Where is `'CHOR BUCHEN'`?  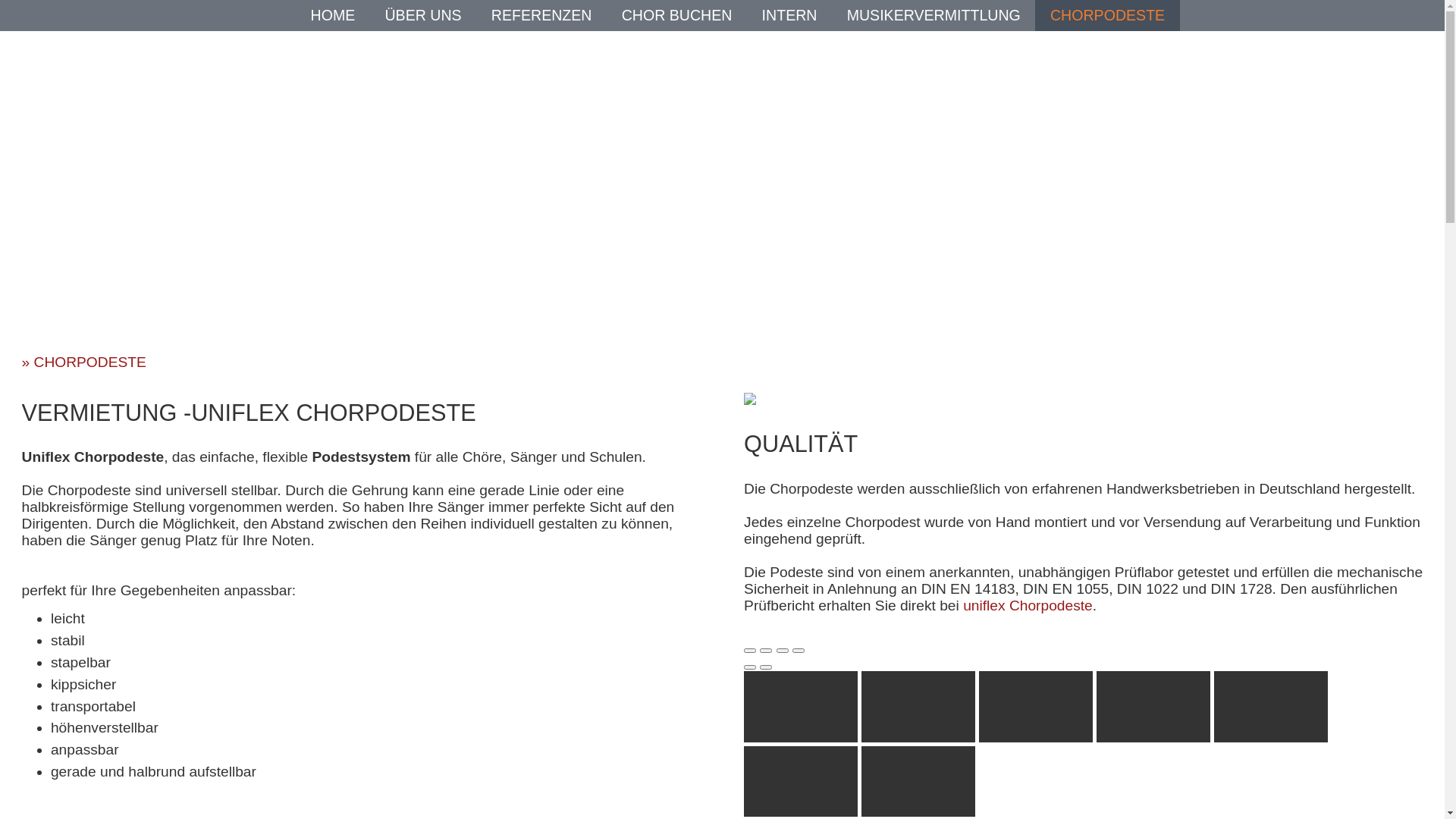
'CHOR BUCHEN' is located at coordinates (676, 14).